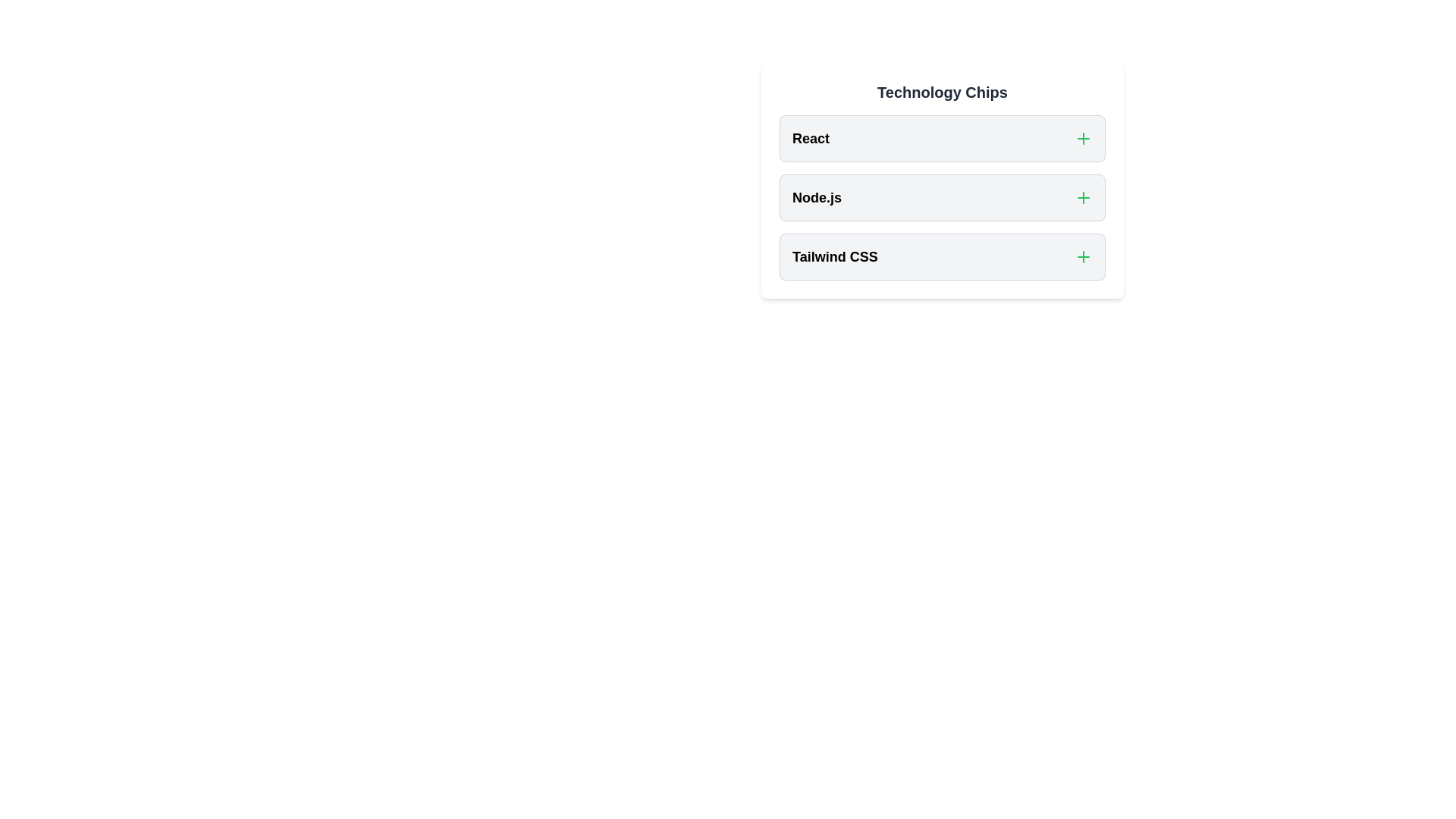  I want to click on '+' button for the chip titled 'React', so click(1083, 138).